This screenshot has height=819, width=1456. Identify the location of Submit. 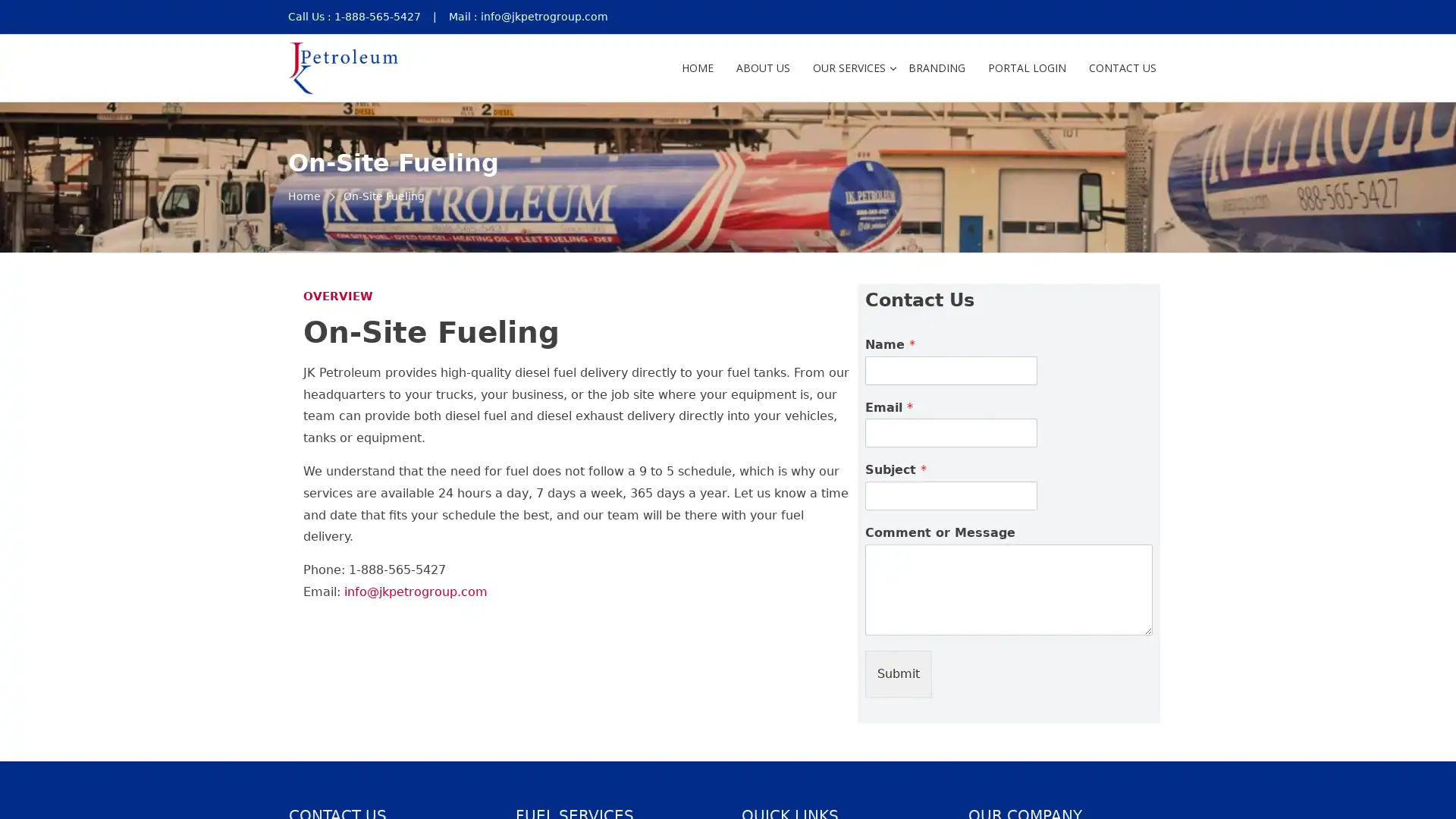
(899, 673).